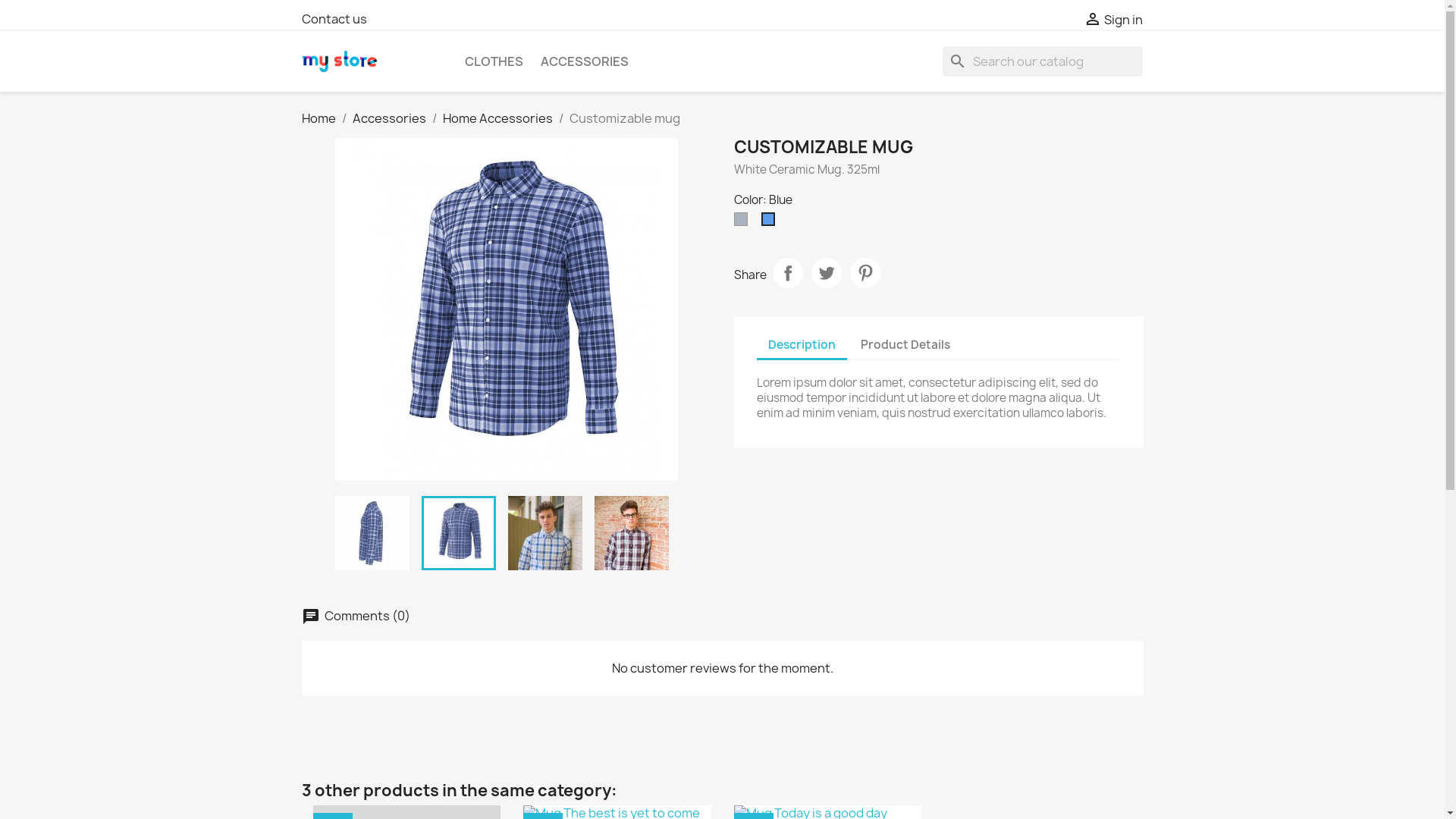 This screenshot has width=1456, height=819. I want to click on 'Accessories', so click(388, 117).